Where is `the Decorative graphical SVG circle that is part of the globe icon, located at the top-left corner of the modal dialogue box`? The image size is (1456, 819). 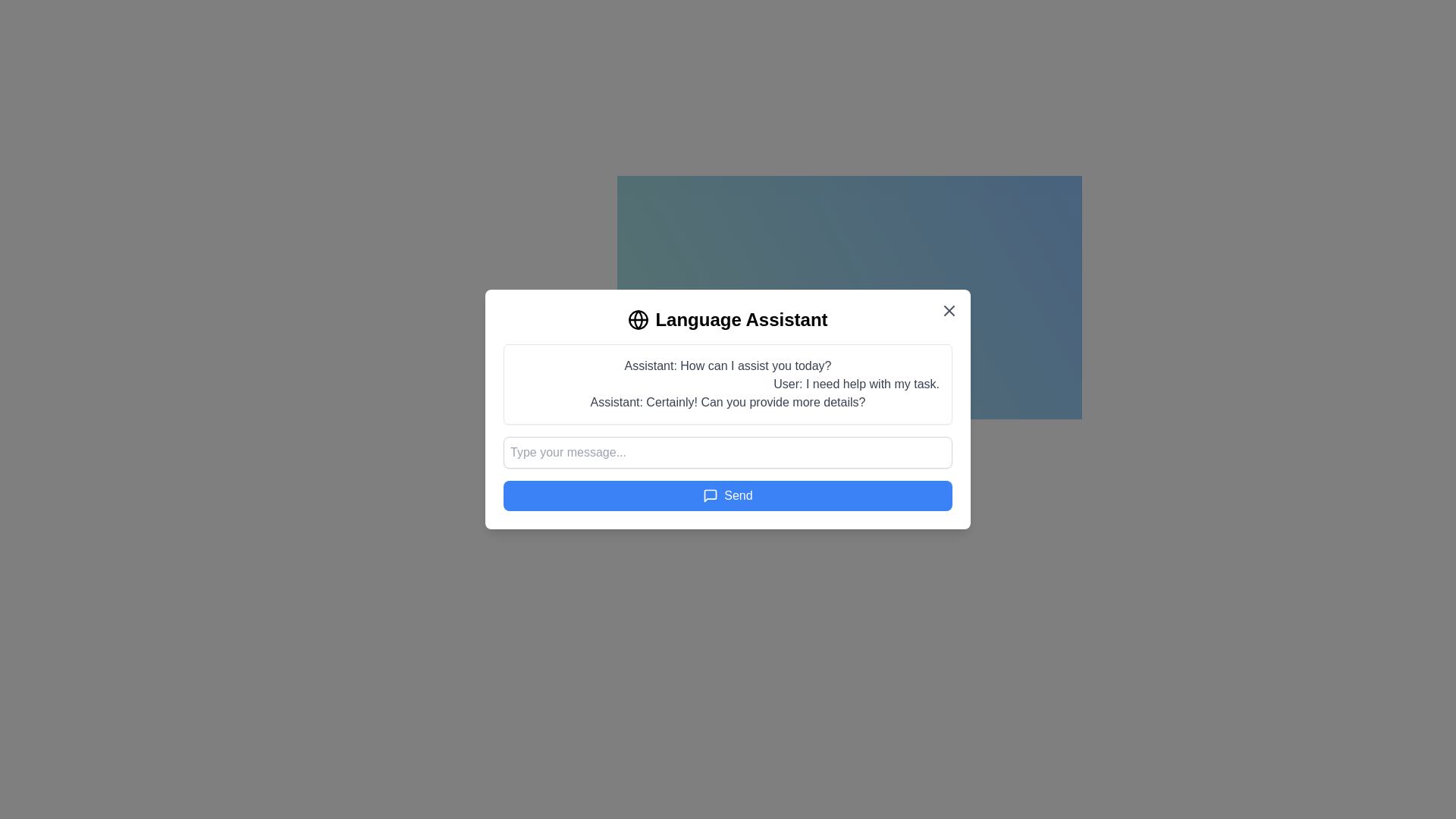
the Decorative graphical SVG circle that is part of the globe icon, located at the top-left corner of the modal dialogue box is located at coordinates (639, 318).